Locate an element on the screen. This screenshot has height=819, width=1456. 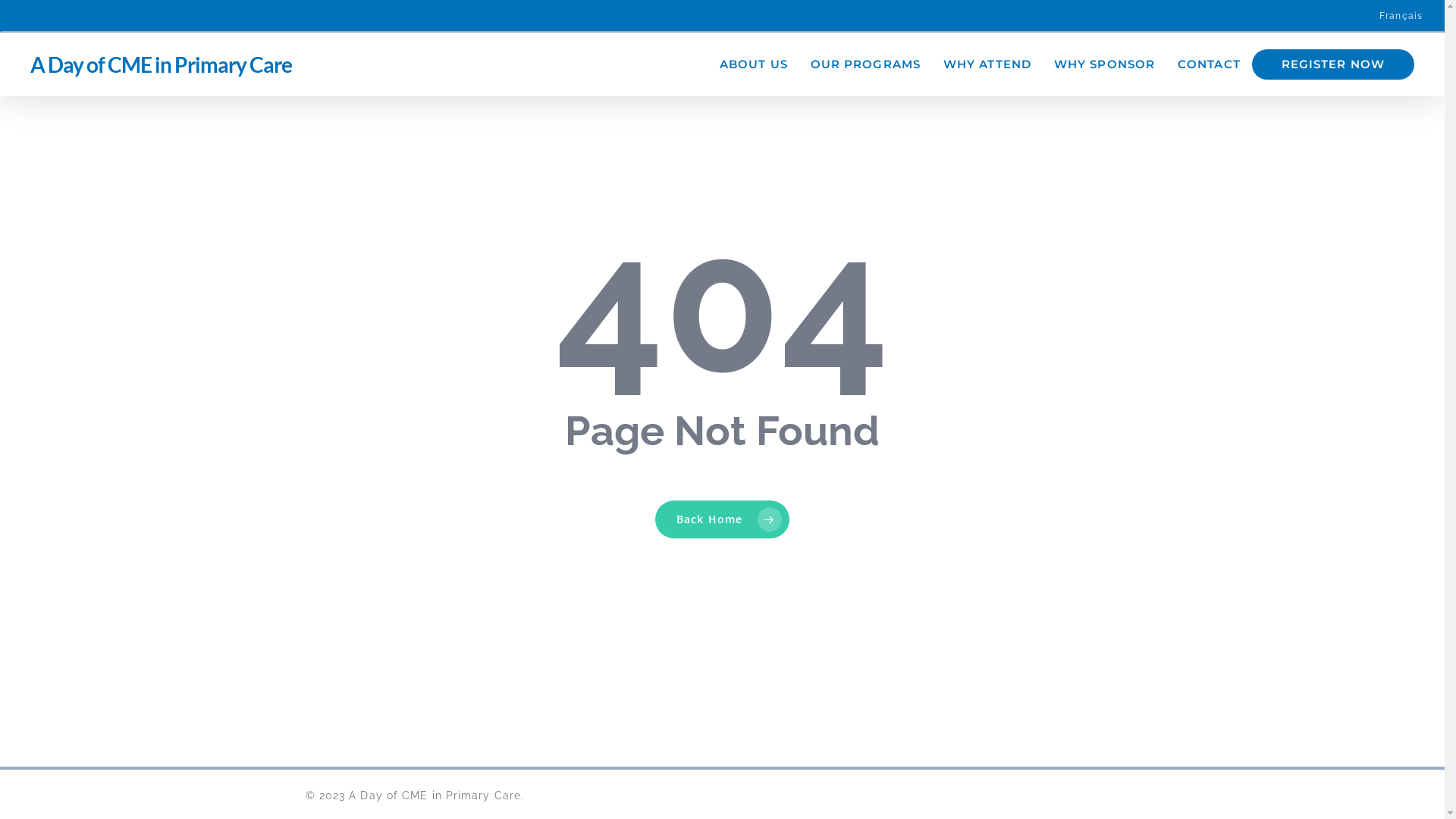
'WHY ATTEND' is located at coordinates (987, 63).